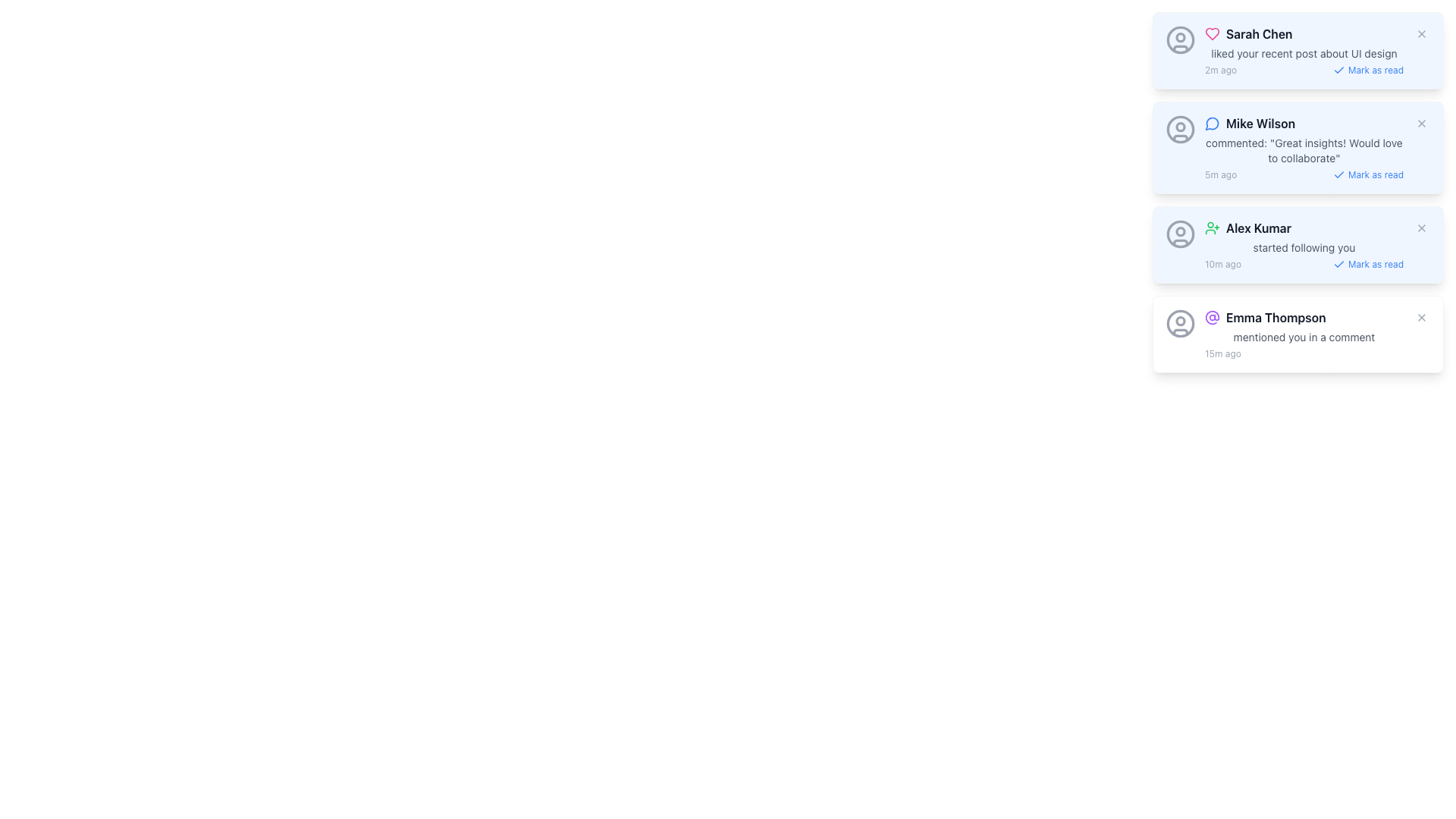 Image resolution: width=1456 pixels, height=819 pixels. Describe the element at coordinates (1421, 122) in the screenshot. I see `the dismiss button located in the top-right corner of the notification card labeled with 'Mike Wilson'` at that location.